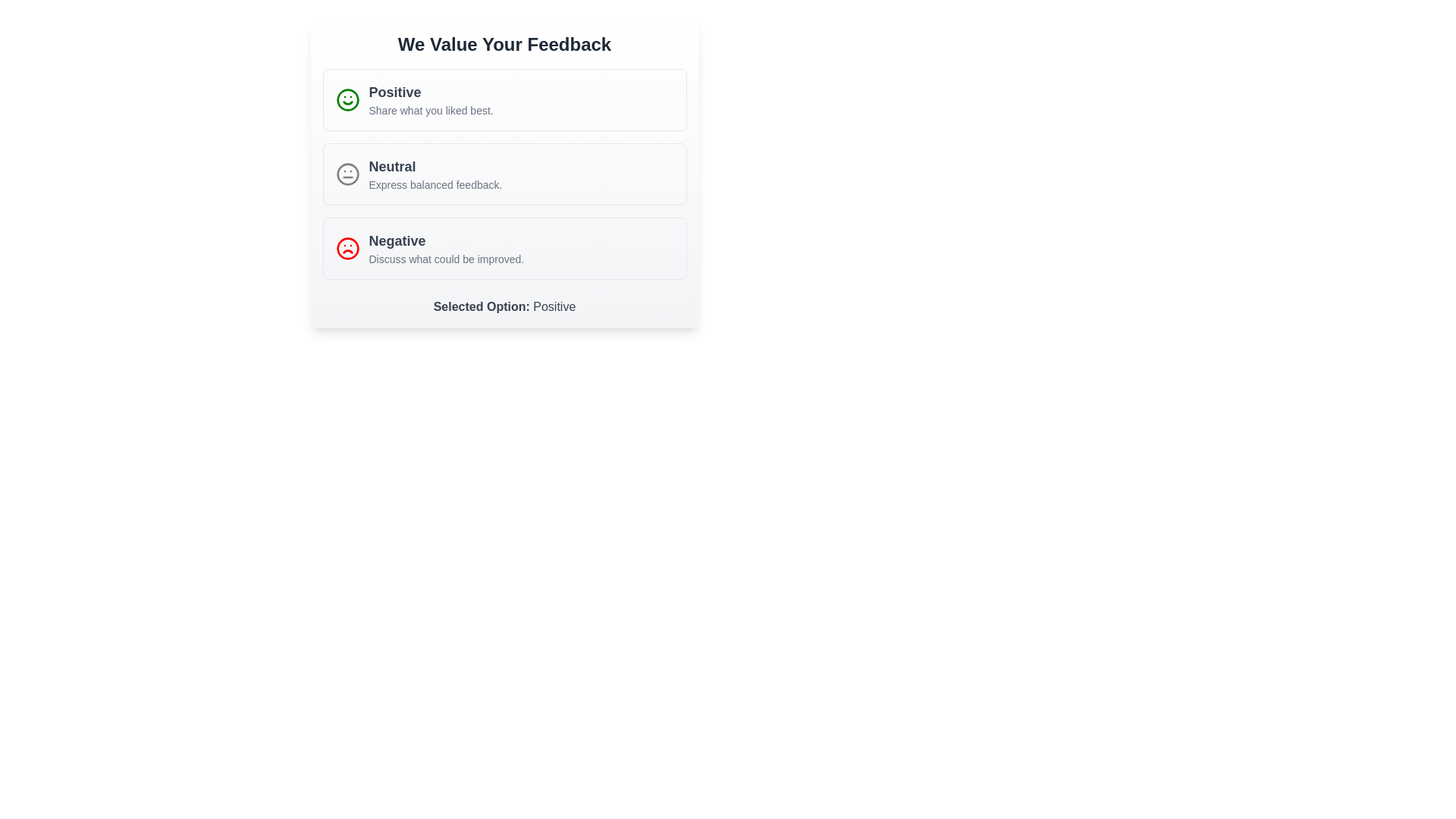 The image size is (1456, 819). What do you see at coordinates (347, 247) in the screenshot?
I see `the circular element within the red outlined frowning face icon` at bounding box center [347, 247].